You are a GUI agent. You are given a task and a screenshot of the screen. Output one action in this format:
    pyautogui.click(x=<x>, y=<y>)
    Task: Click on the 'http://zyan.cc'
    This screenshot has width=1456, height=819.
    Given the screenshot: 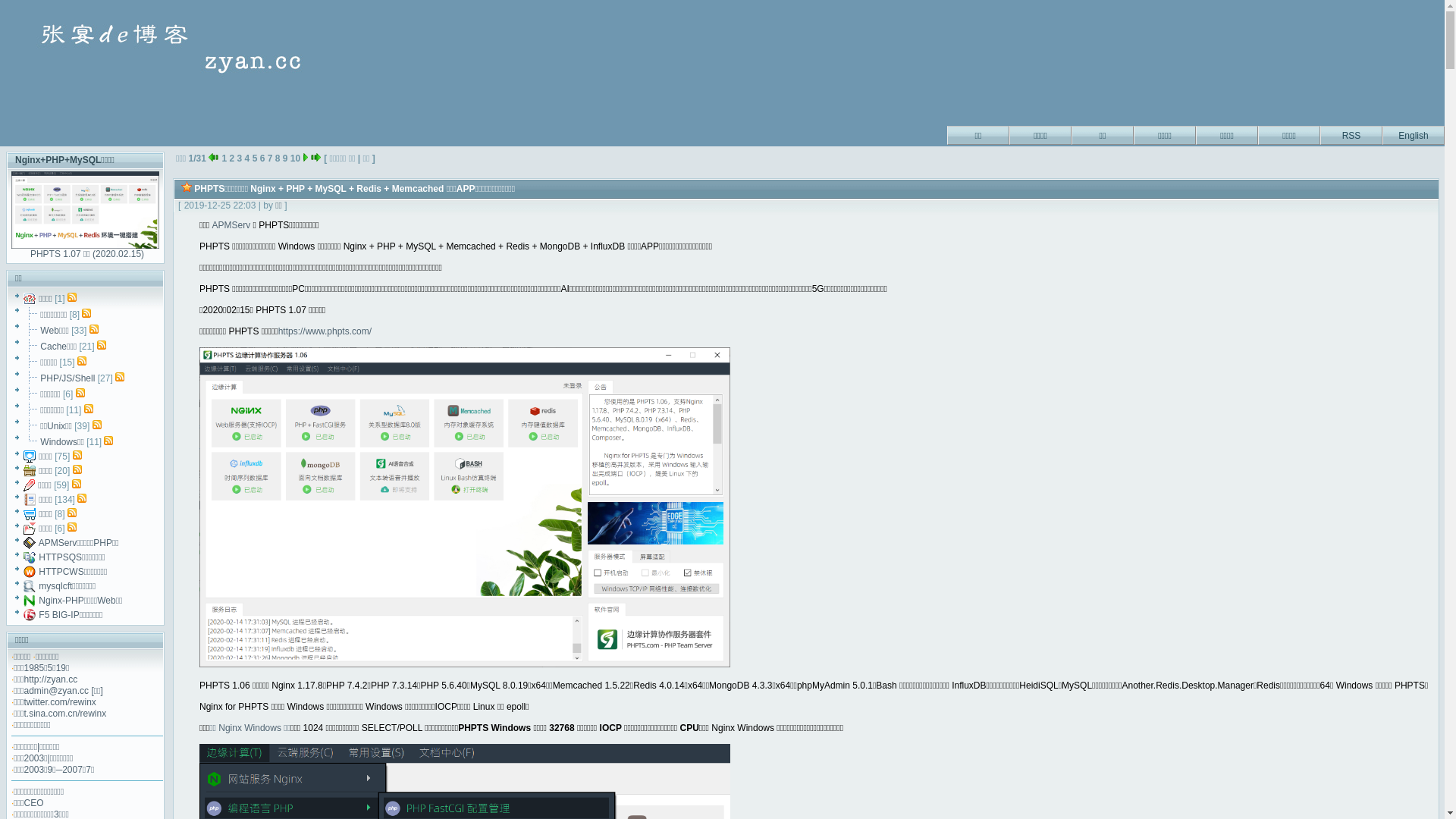 What is the action you would take?
    pyautogui.click(x=51, y=678)
    